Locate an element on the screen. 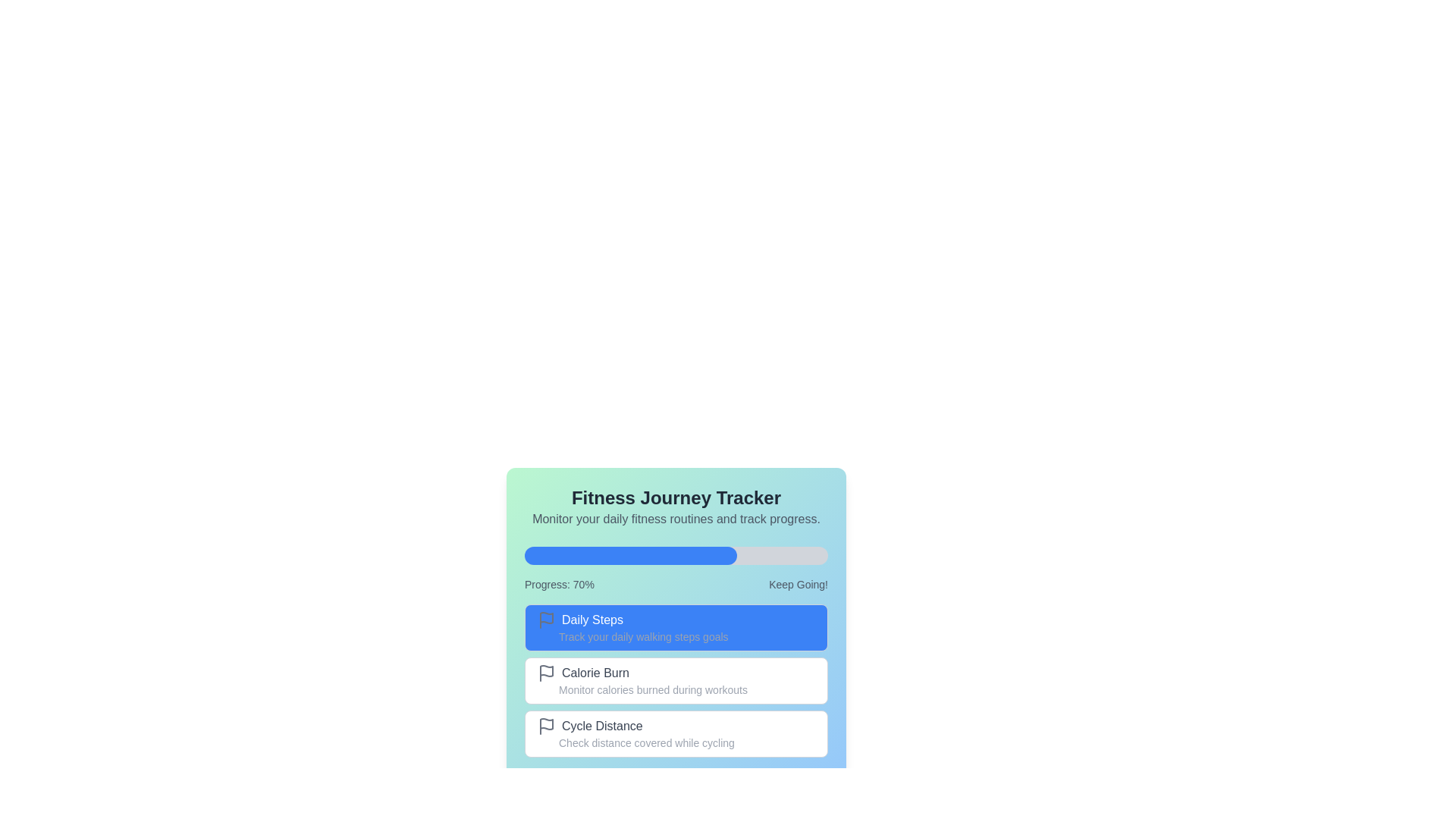 This screenshot has width=1456, height=819. the simplified flag icon with a gray outline that is located to the left of the 'Calorie Burn' text for more information is located at coordinates (546, 672).